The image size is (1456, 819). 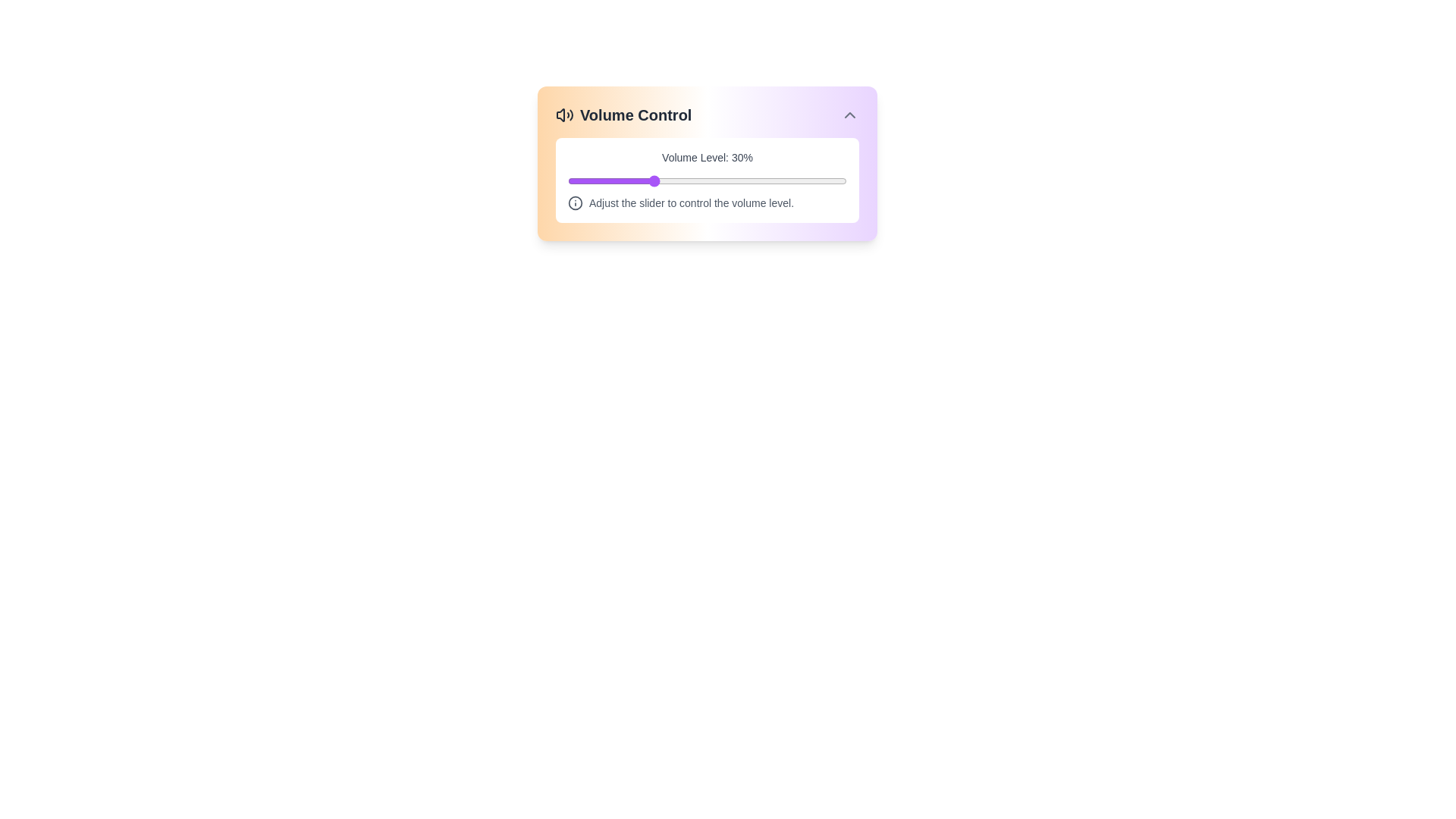 I want to click on the volume slider to set the volume to 39%, so click(x=676, y=180).